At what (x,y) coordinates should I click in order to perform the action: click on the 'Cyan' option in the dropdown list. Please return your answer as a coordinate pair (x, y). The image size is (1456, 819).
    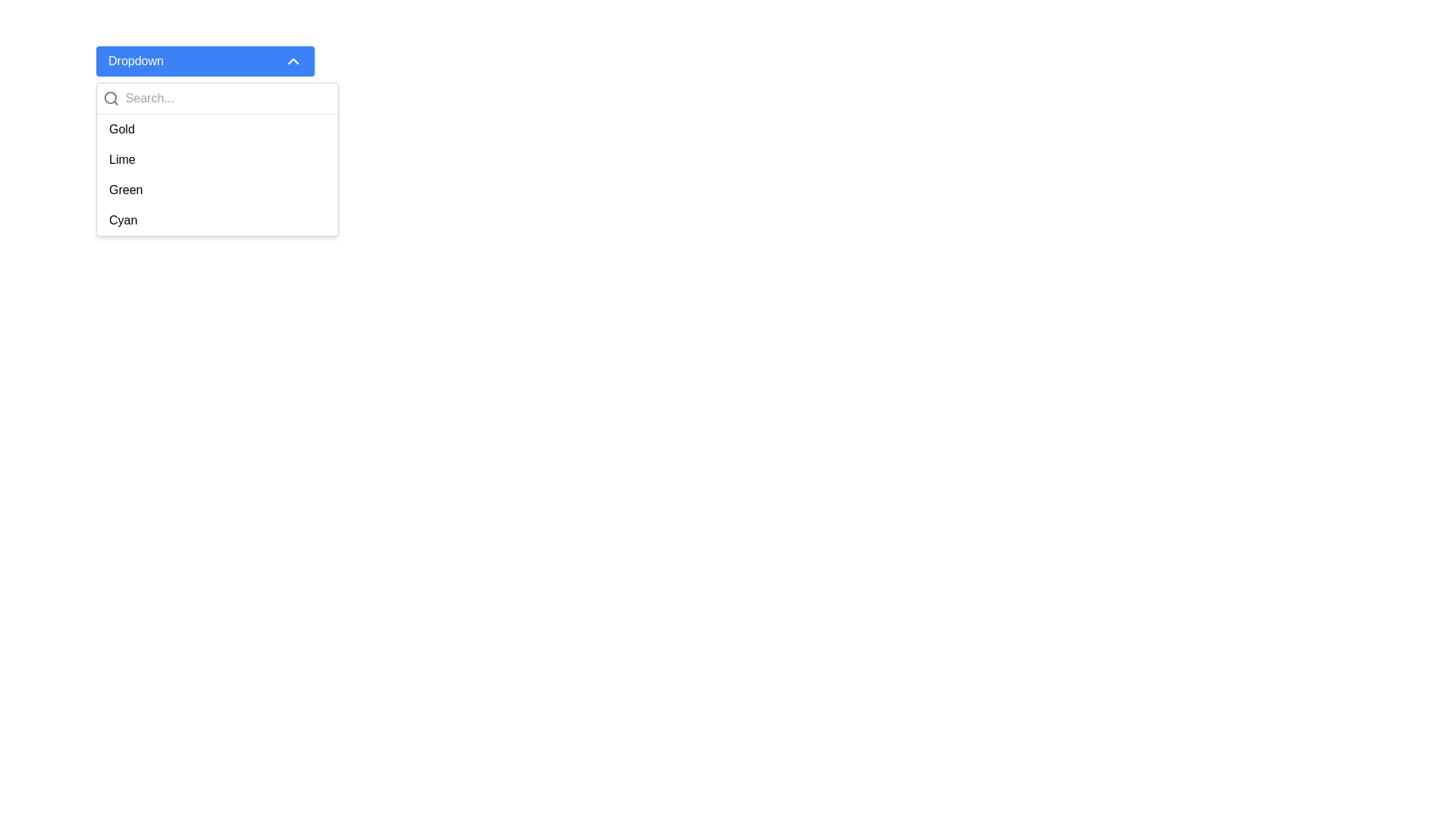
    Looking at the image, I should click on (123, 220).